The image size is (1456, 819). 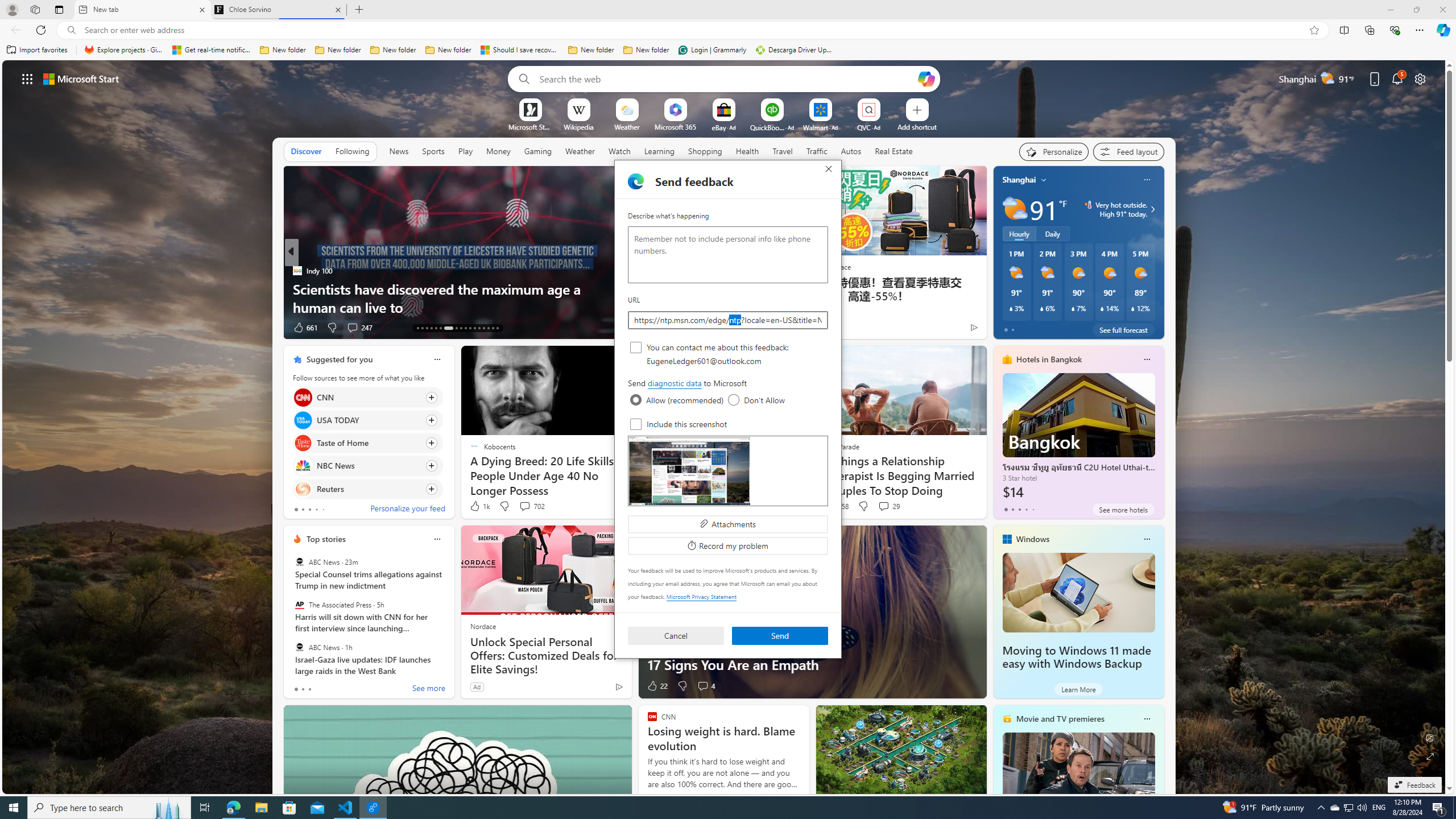 What do you see at coordinates (816, 150) in the screenshot?
I see `'Traffic'` at bounding box center [816, 150].